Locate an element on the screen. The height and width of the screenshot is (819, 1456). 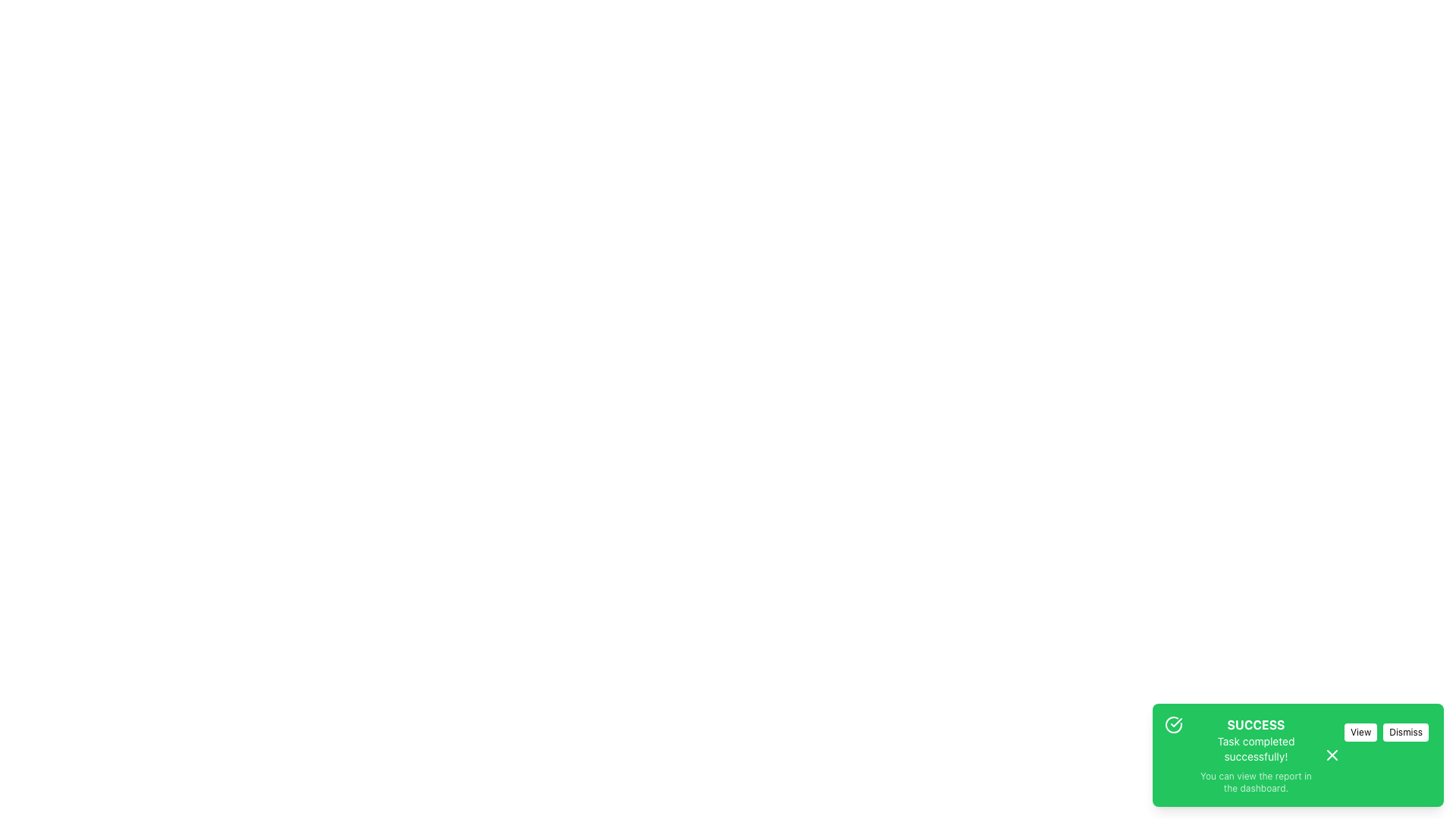
the small rounded button labeled 'View' within the green notification card to observe any visual feedback is located at coordinates (1360, 731).